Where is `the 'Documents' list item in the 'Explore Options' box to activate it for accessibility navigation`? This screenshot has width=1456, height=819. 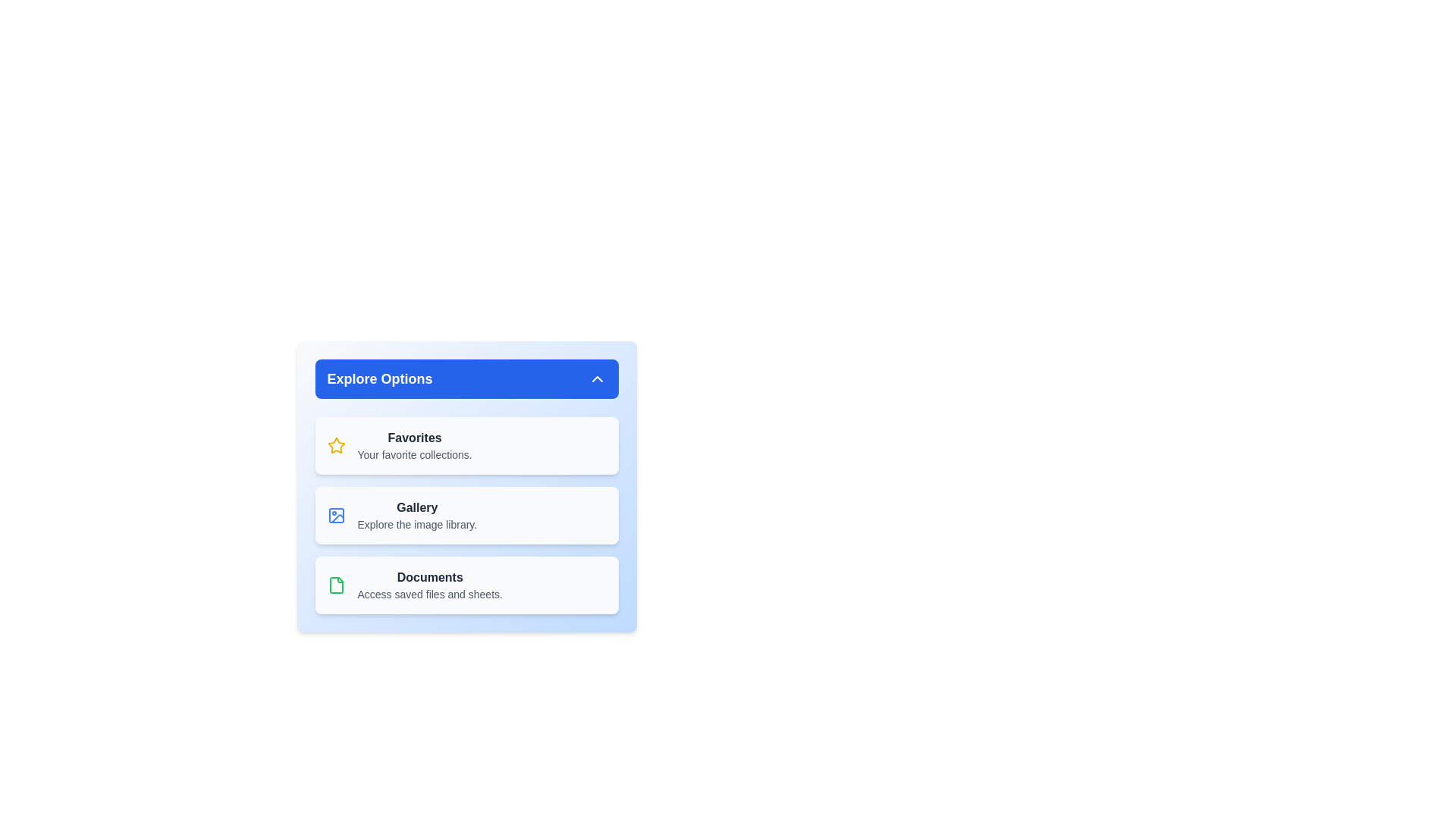
the 'Documents' list item in the 'Explore Options' box to activate it for accessibility navigation is located at coordinates (429, 584).